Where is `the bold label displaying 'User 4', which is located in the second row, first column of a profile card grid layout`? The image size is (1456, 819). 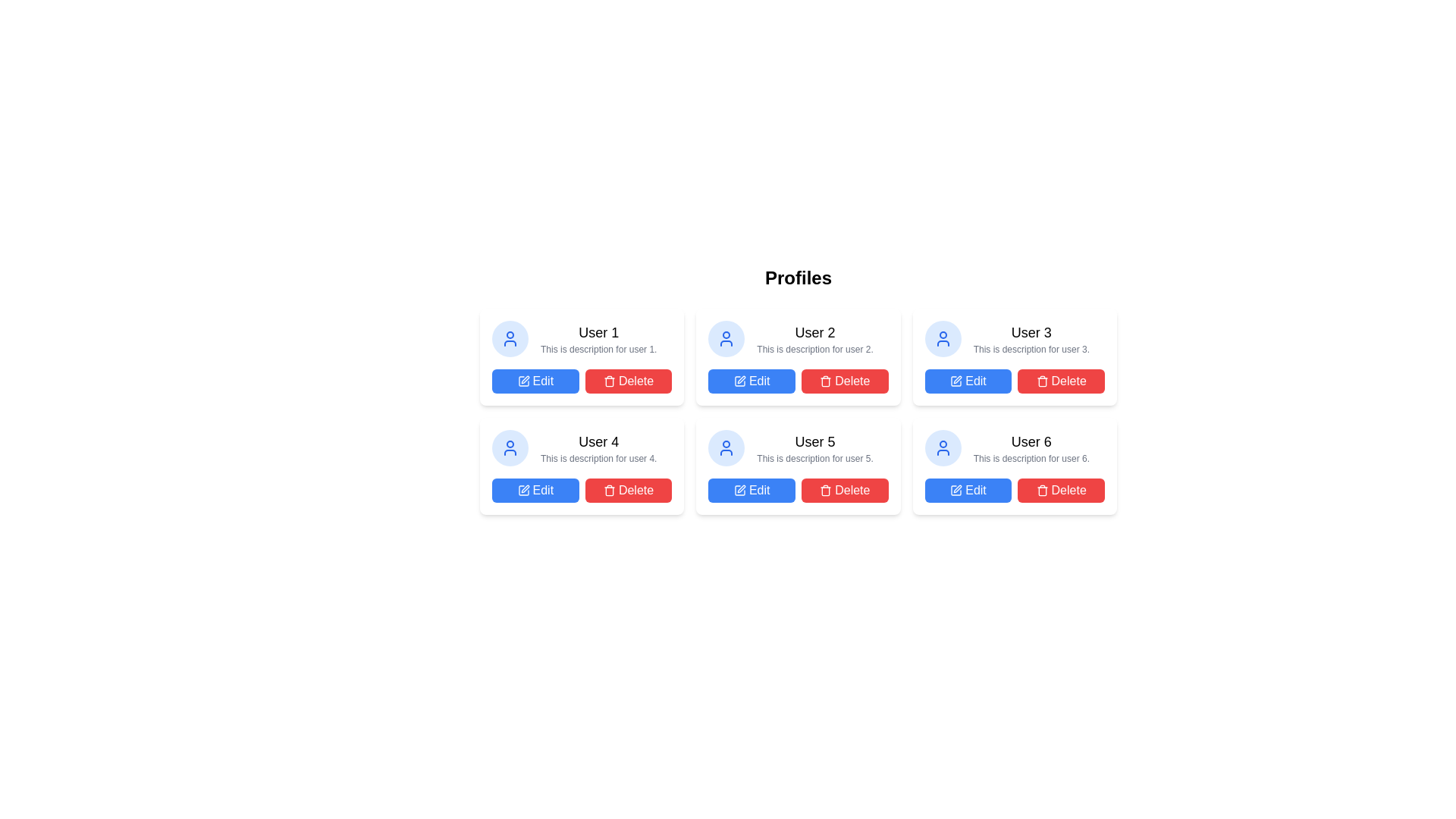 the bold label displaying 'User 4', which is located in the second row, first column of a profile card grid layout is located at coordinates (598, 441).